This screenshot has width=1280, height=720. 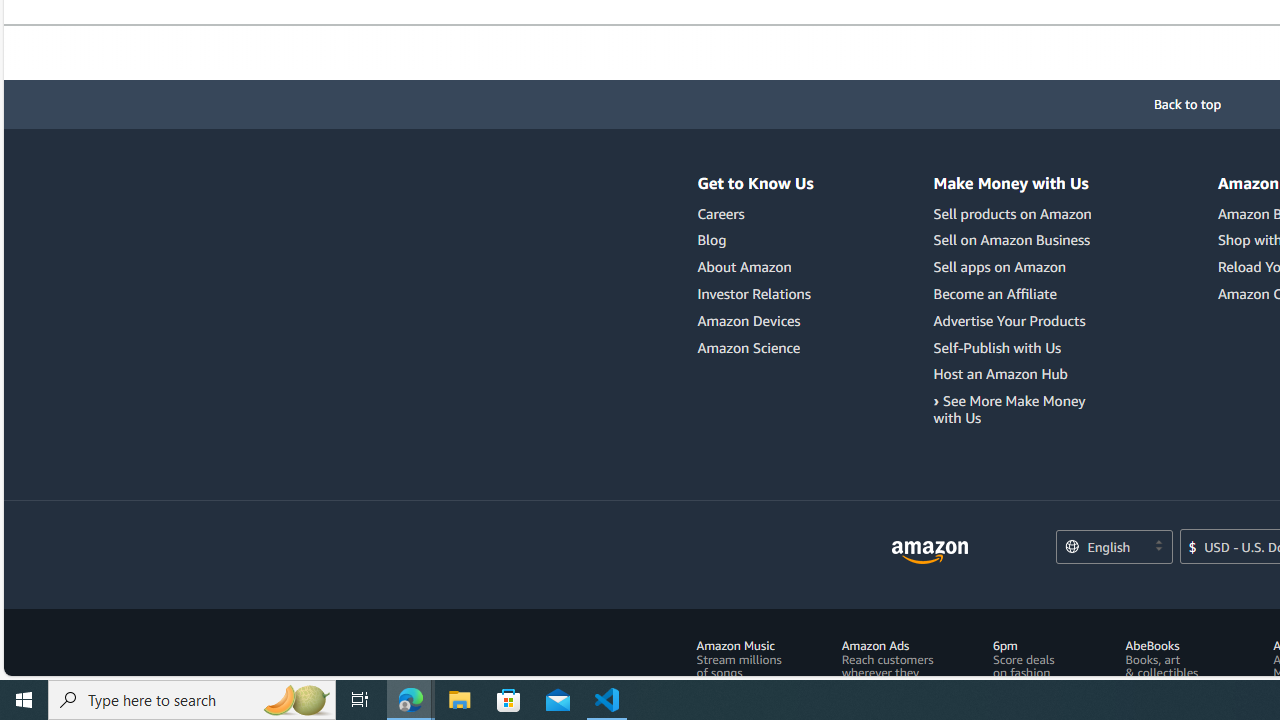 I want to click on 'Investor Relations', so click(x=754, y=294).